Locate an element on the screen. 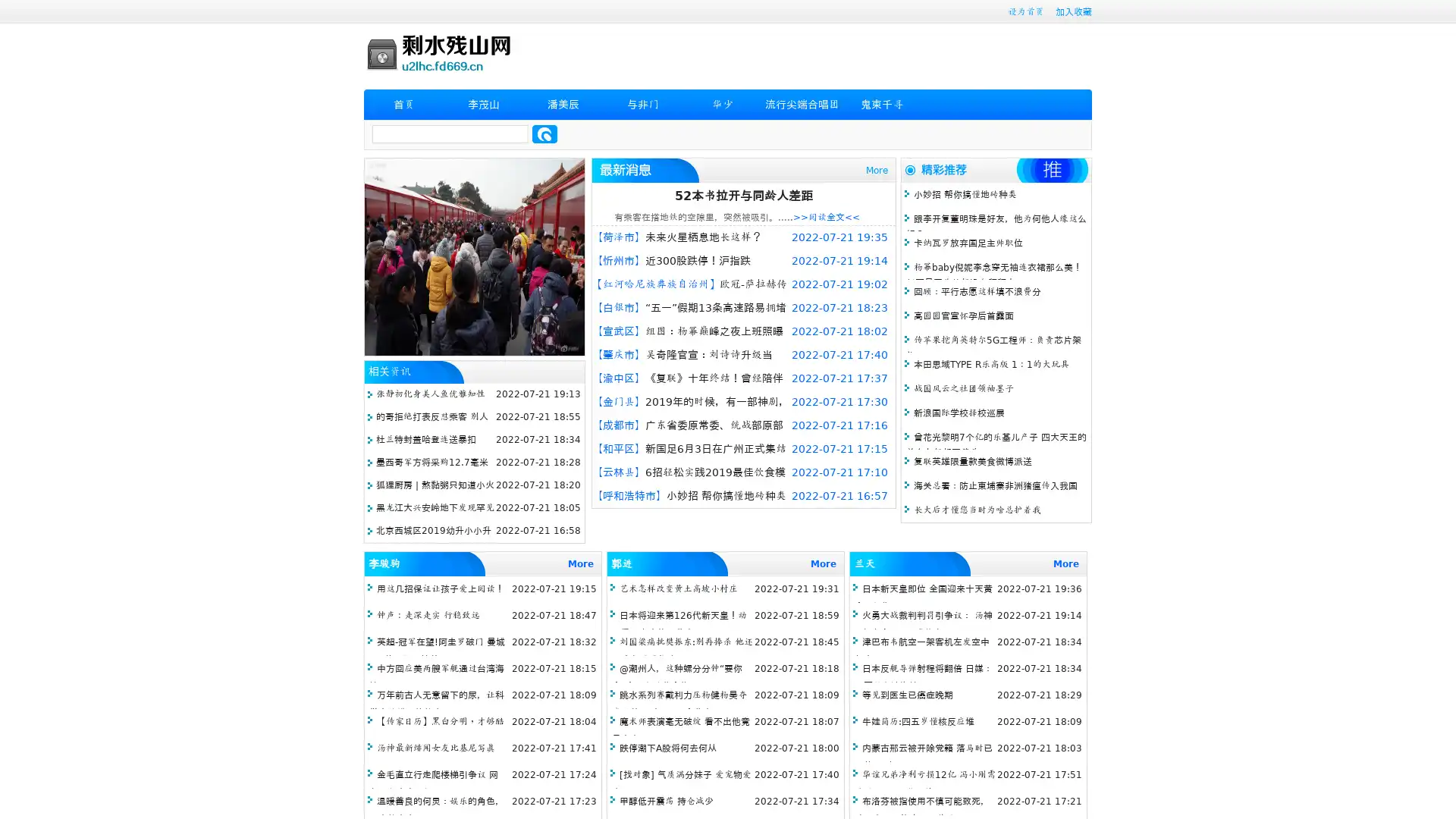 This screenshot has height=819, width=1456. Search is located at coordinates (544, 133).